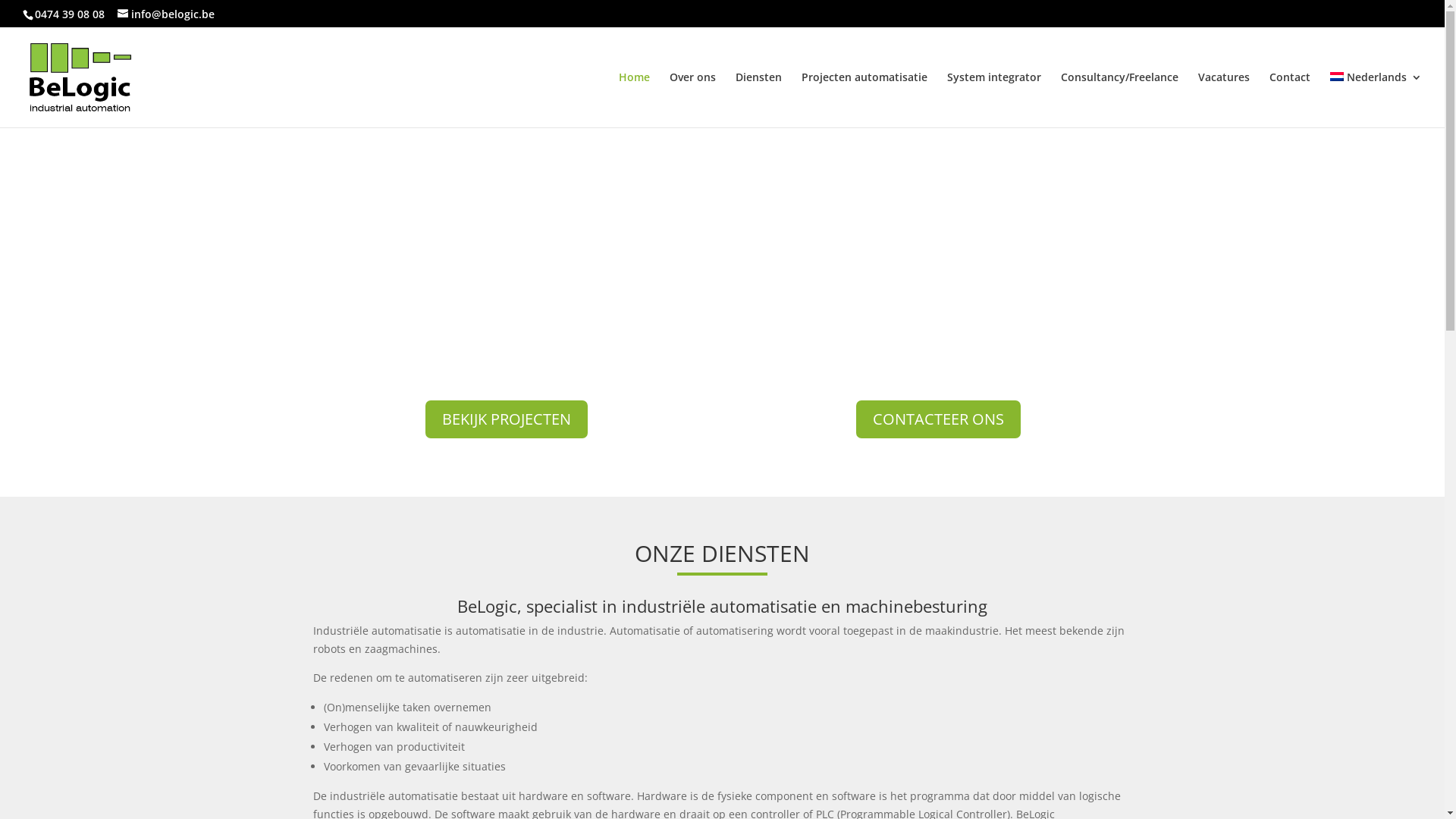  What do you see at coordinates (864, 99) in the screenshot?
I see `'Projecten automatisatie'` at bounding box center [864, 99].